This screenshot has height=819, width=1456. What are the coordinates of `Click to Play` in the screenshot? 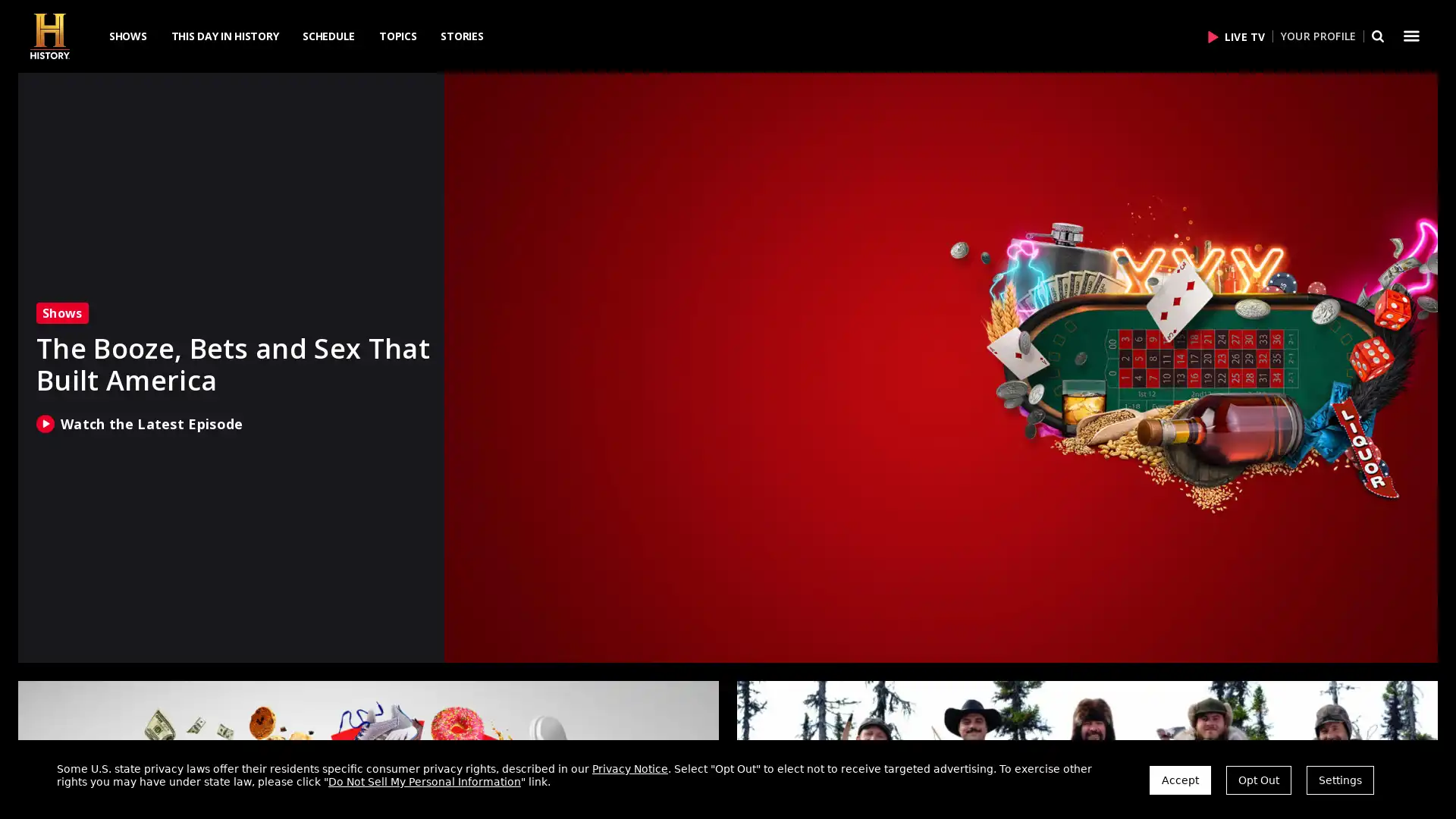 It's located at (1216, 35).